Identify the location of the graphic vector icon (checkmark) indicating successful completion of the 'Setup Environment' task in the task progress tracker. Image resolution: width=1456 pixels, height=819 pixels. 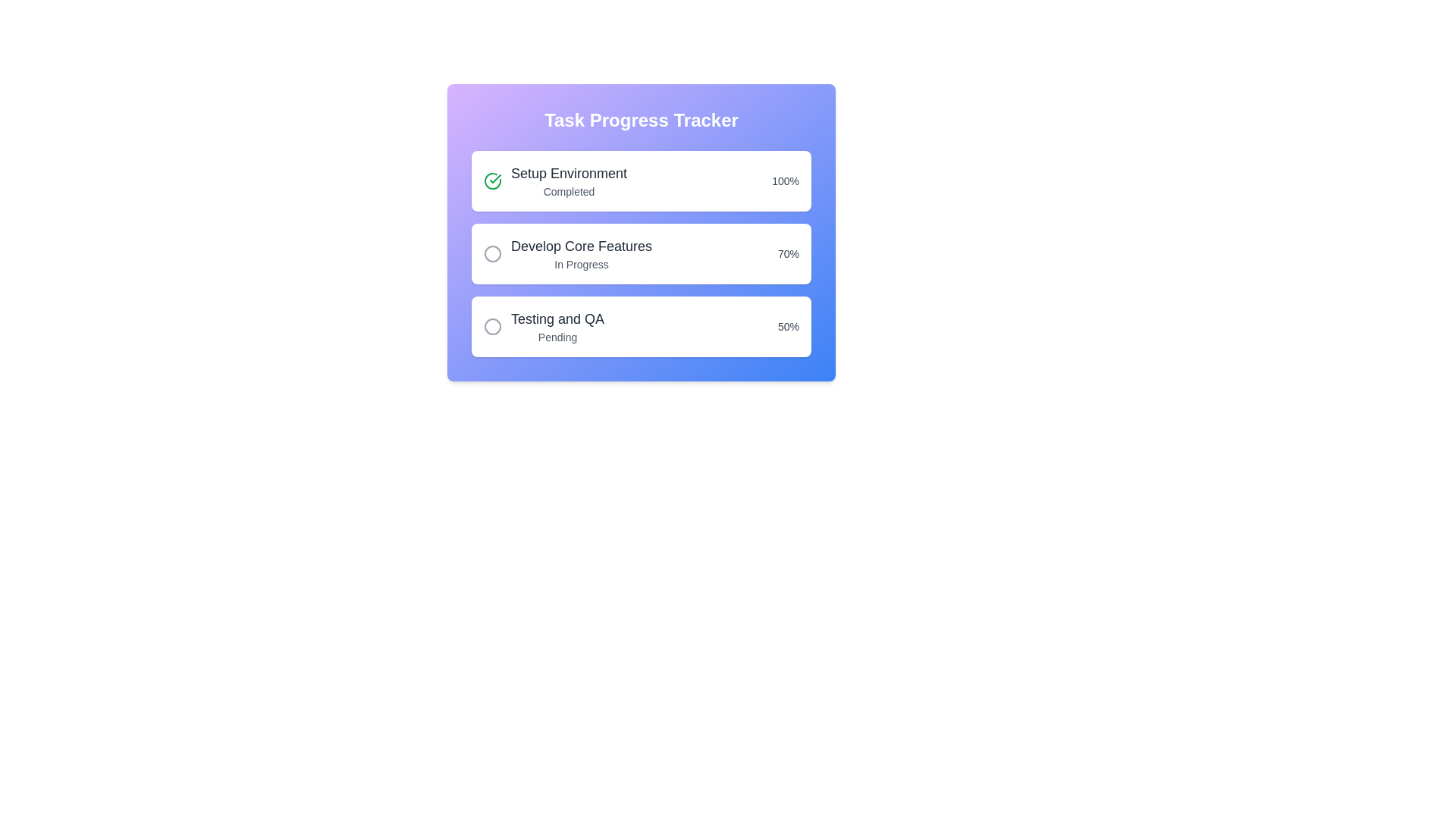
(495, 177).